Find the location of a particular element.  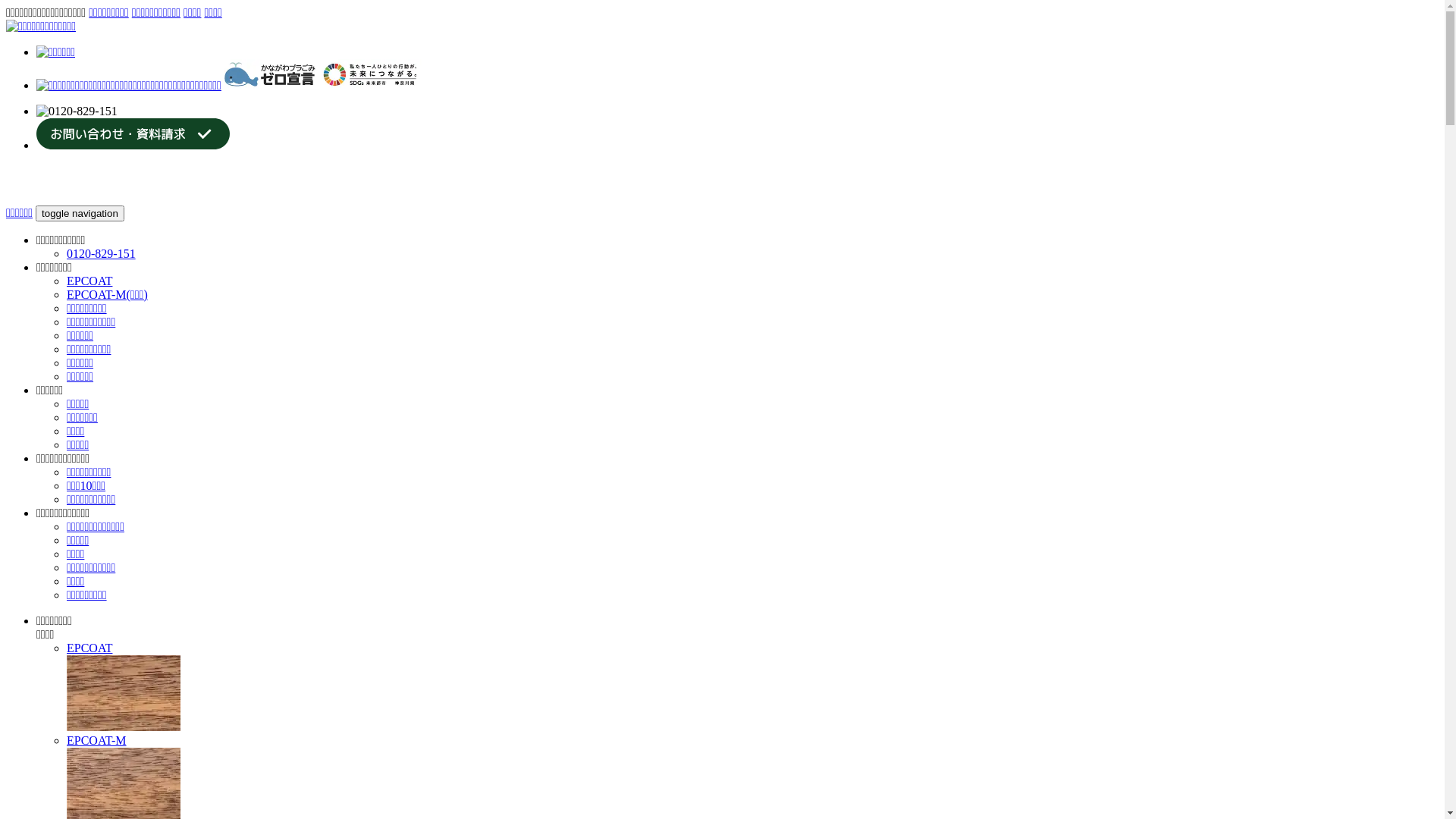

'toggle navigation' is located at coordinates (79, 213).